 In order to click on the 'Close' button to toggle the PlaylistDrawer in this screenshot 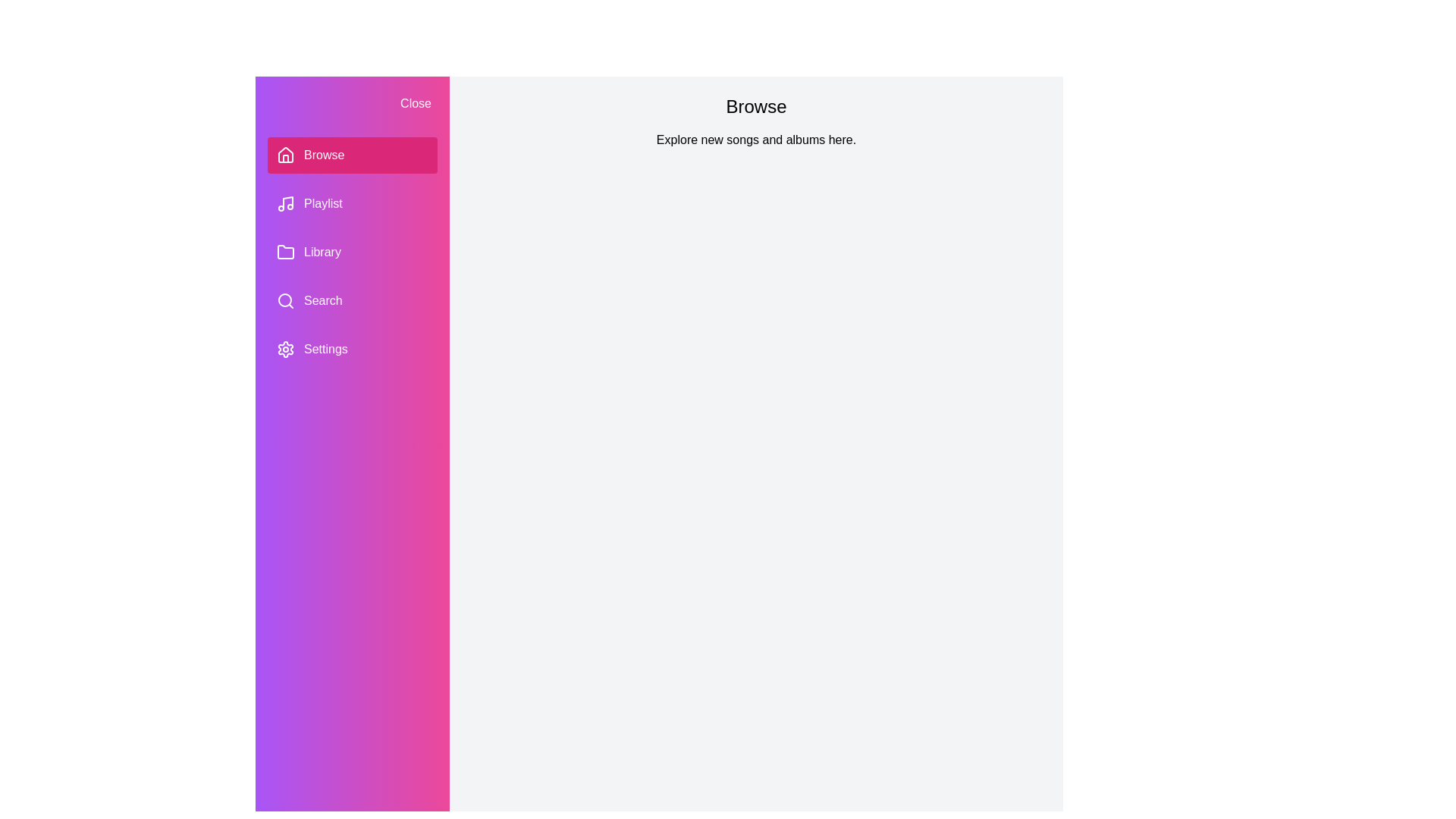, I will do `click(416, 103)`.